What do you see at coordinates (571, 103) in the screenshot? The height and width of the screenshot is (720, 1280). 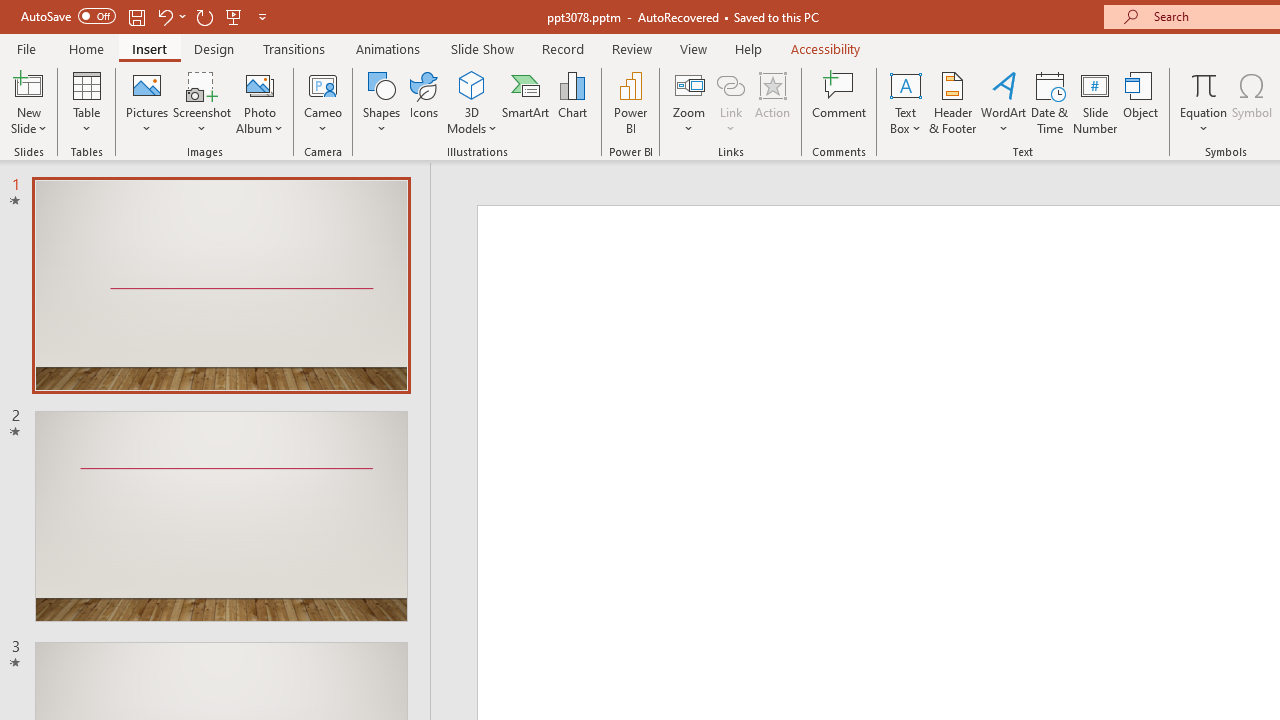 I see `'Chart...'` at bounding box center [571, 103].